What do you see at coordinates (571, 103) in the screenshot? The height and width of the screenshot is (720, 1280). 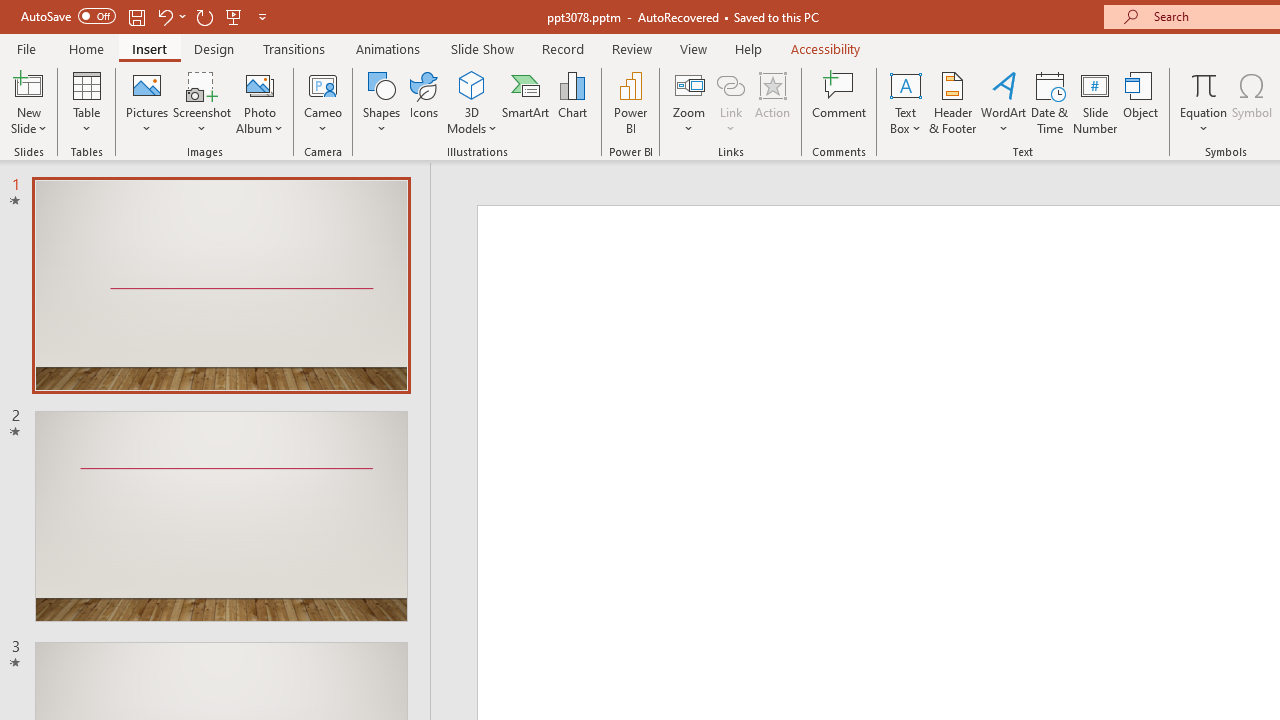 I see `'Chart...'` at bounding box center [571, 103].